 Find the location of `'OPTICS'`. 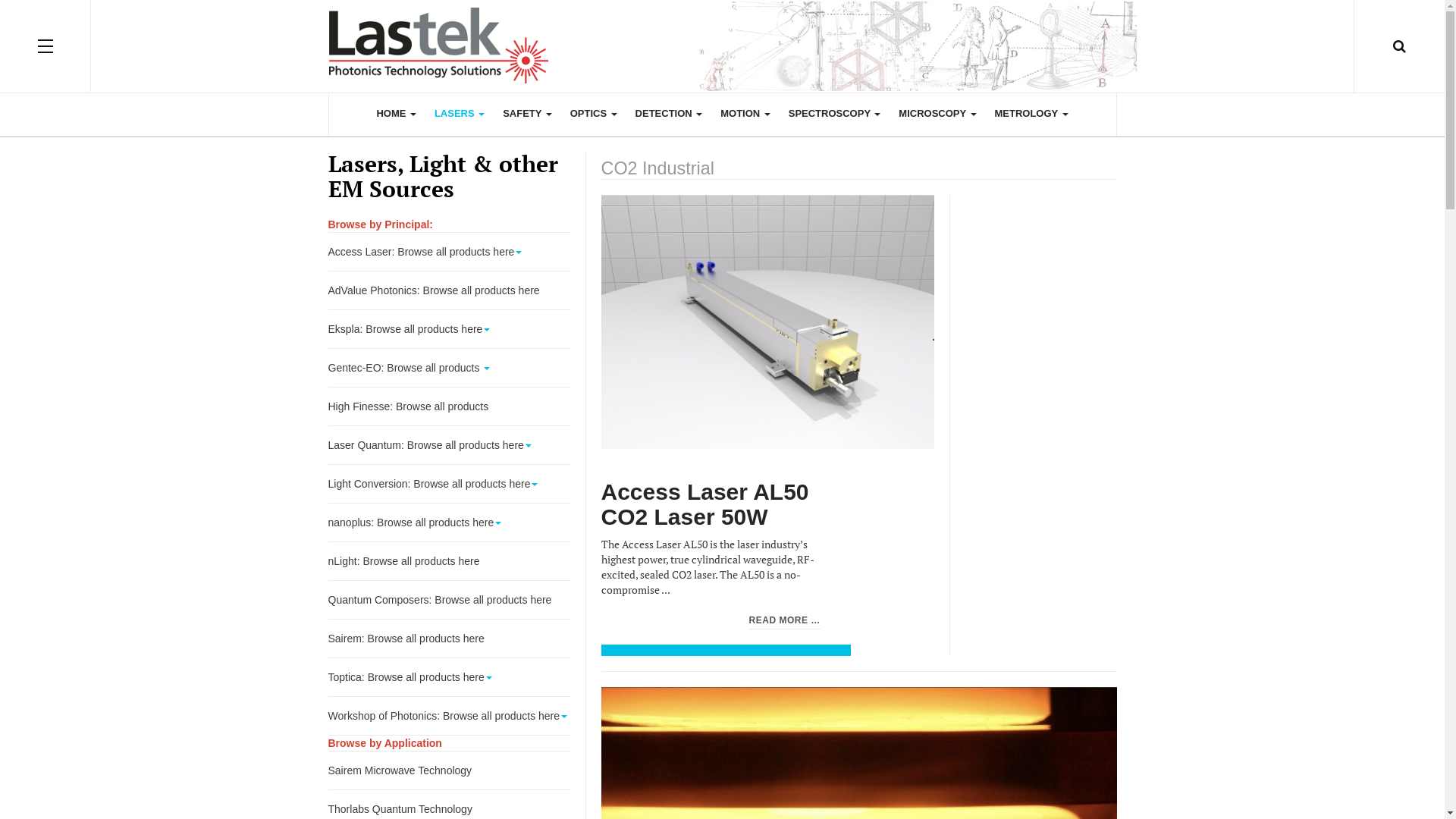

'OPTICS' is located at coordinates (592, 113).